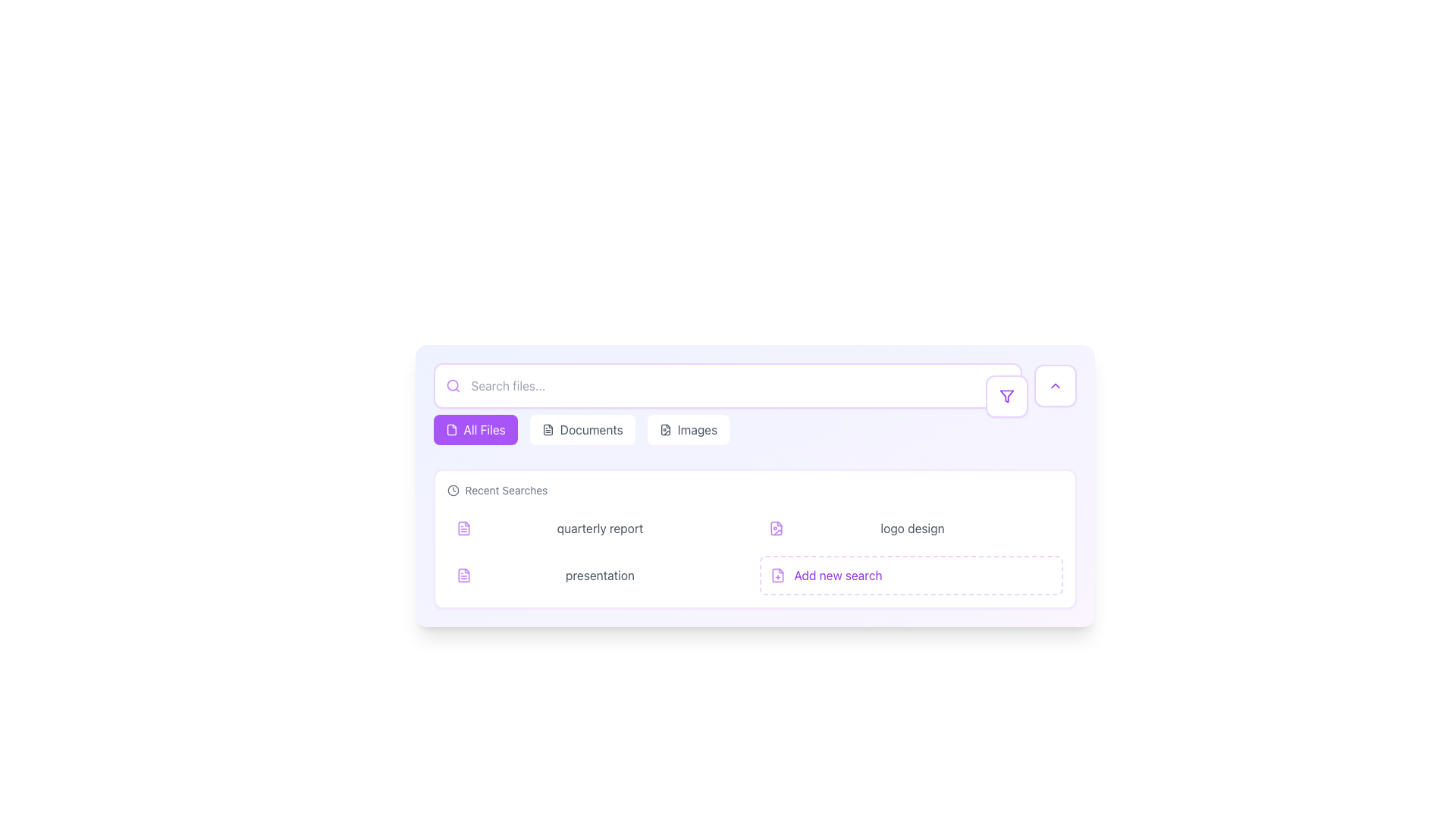 Image resolution: width=1456 pixels, height=819 pixels. I want to click on the small, purple document icon located in the 'Recent Searches' area, positioned between 'quarterly report' and 'logo design', so click(776, 528).